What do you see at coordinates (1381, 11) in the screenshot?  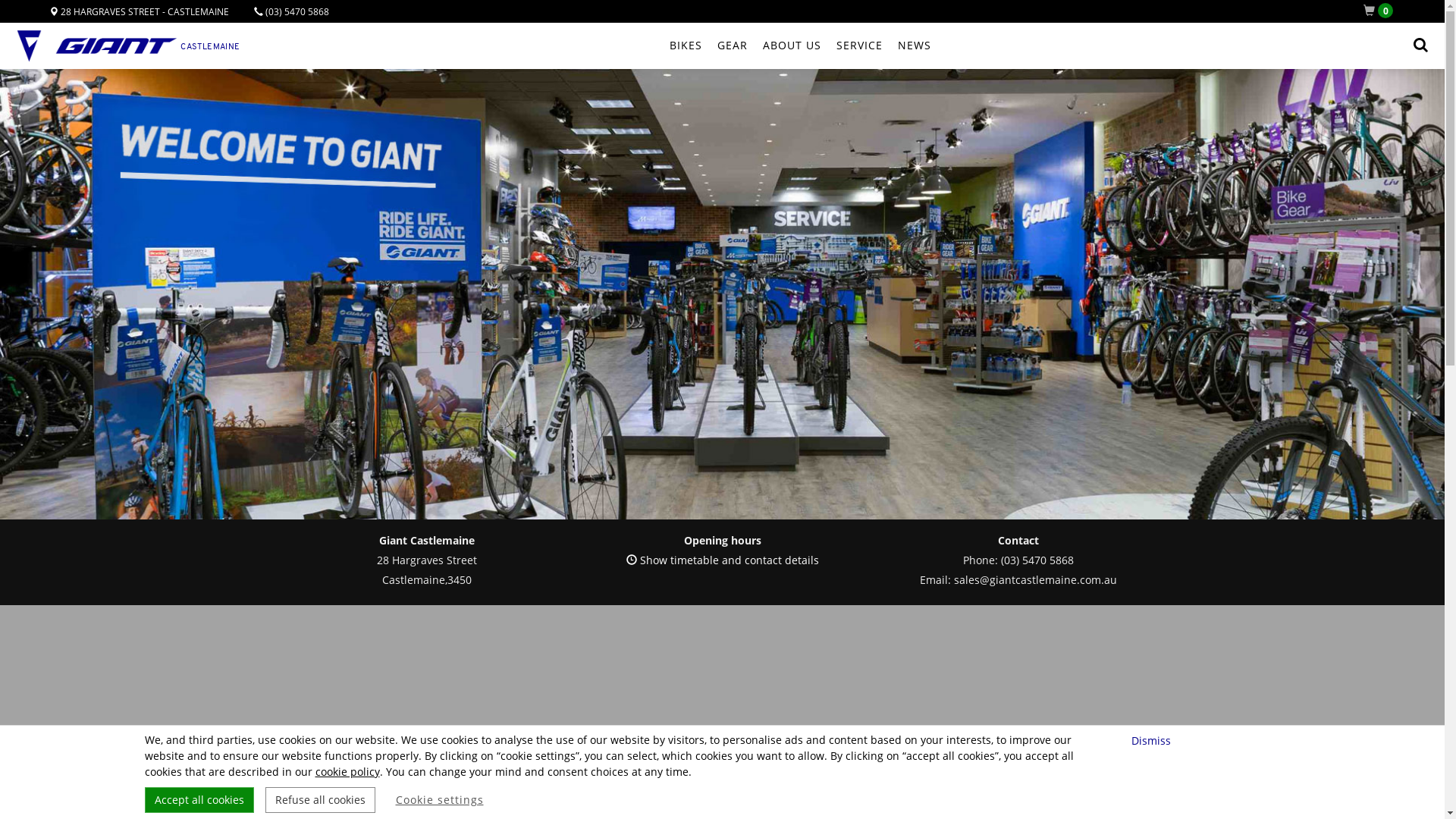 I see `'0 item(s) in cart` at bounding box center [1381, 11].